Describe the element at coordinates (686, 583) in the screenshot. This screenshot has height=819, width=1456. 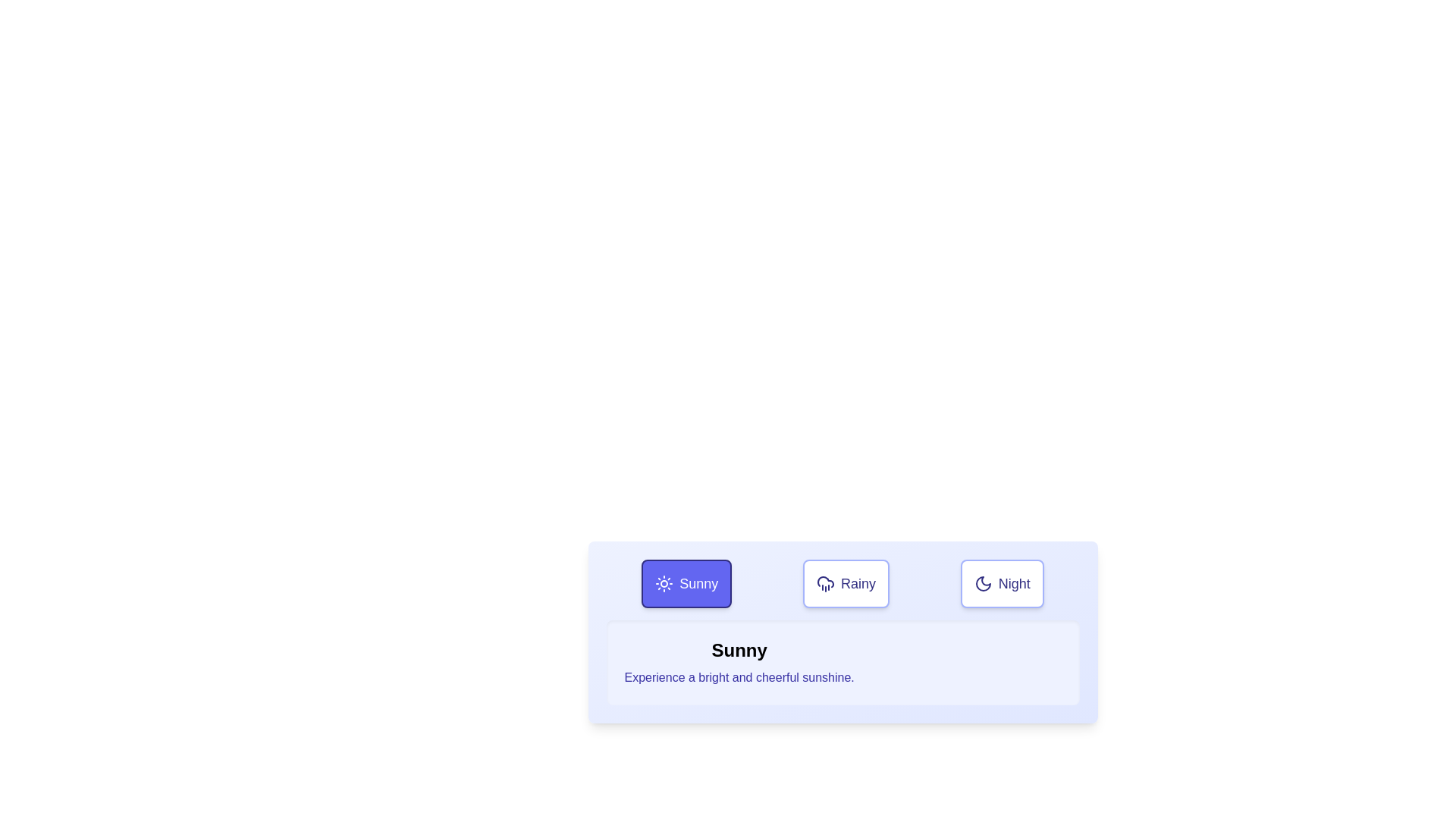
I see `the 'Sunny' button located at the bottom-center of the interface to observe the hover animation` at that location.